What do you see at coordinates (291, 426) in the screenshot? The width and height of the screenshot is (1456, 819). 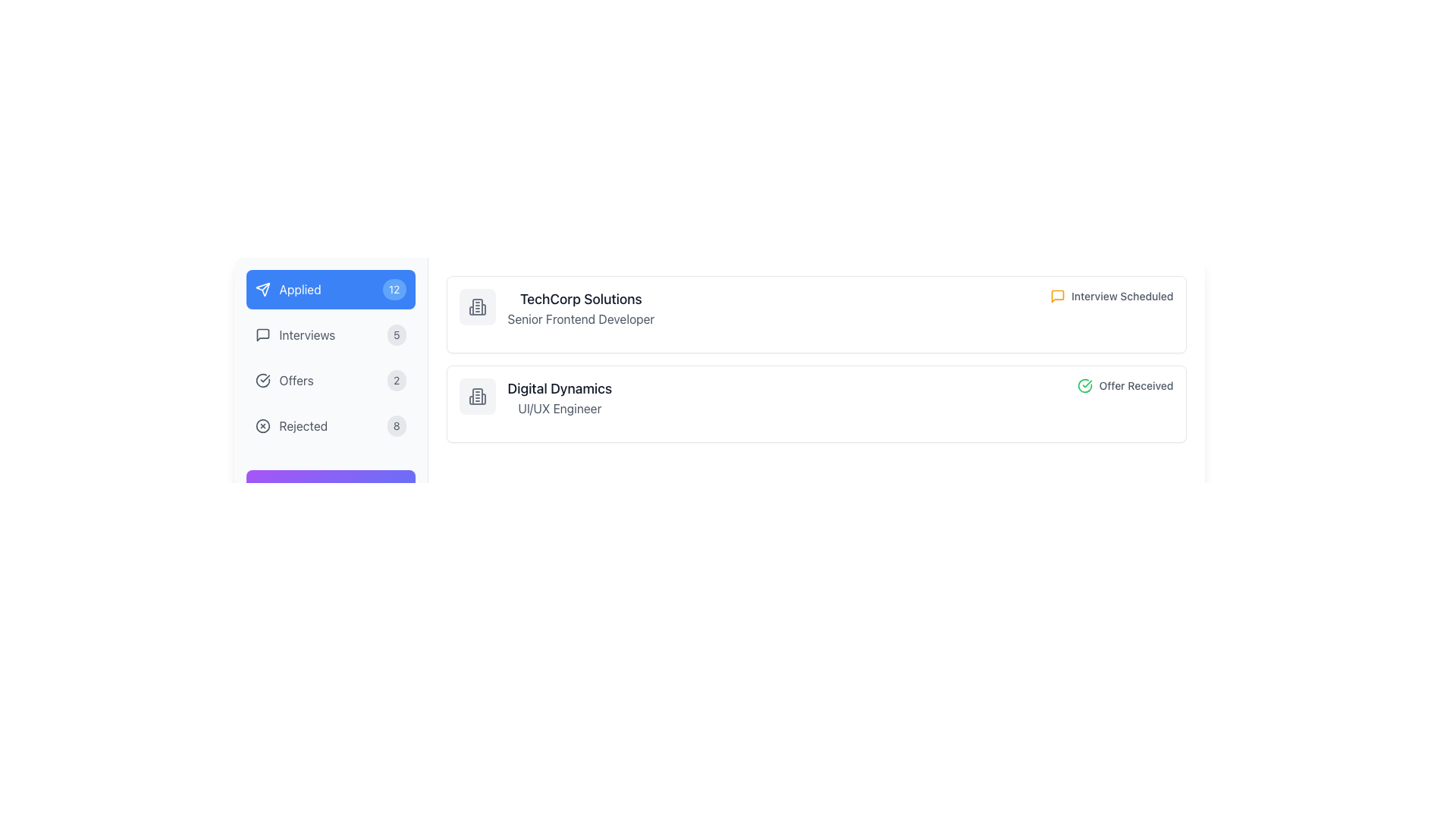 I see `the 'Rejected' label with the circular cross icon located in the vertical navigation panel under the 'Applied' menu` at bounding box center [291, 426].